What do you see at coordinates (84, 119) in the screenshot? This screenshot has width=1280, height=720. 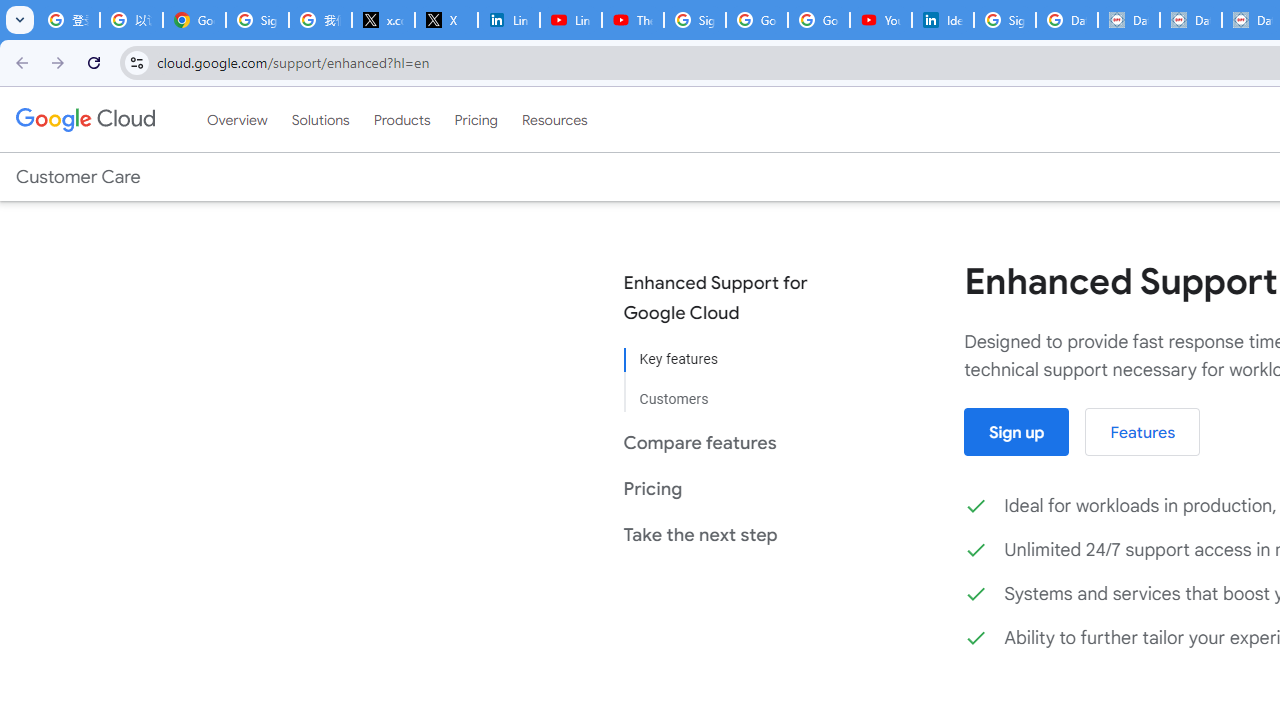 I see `'Google Cloud'` at bounding box center [84, 119].